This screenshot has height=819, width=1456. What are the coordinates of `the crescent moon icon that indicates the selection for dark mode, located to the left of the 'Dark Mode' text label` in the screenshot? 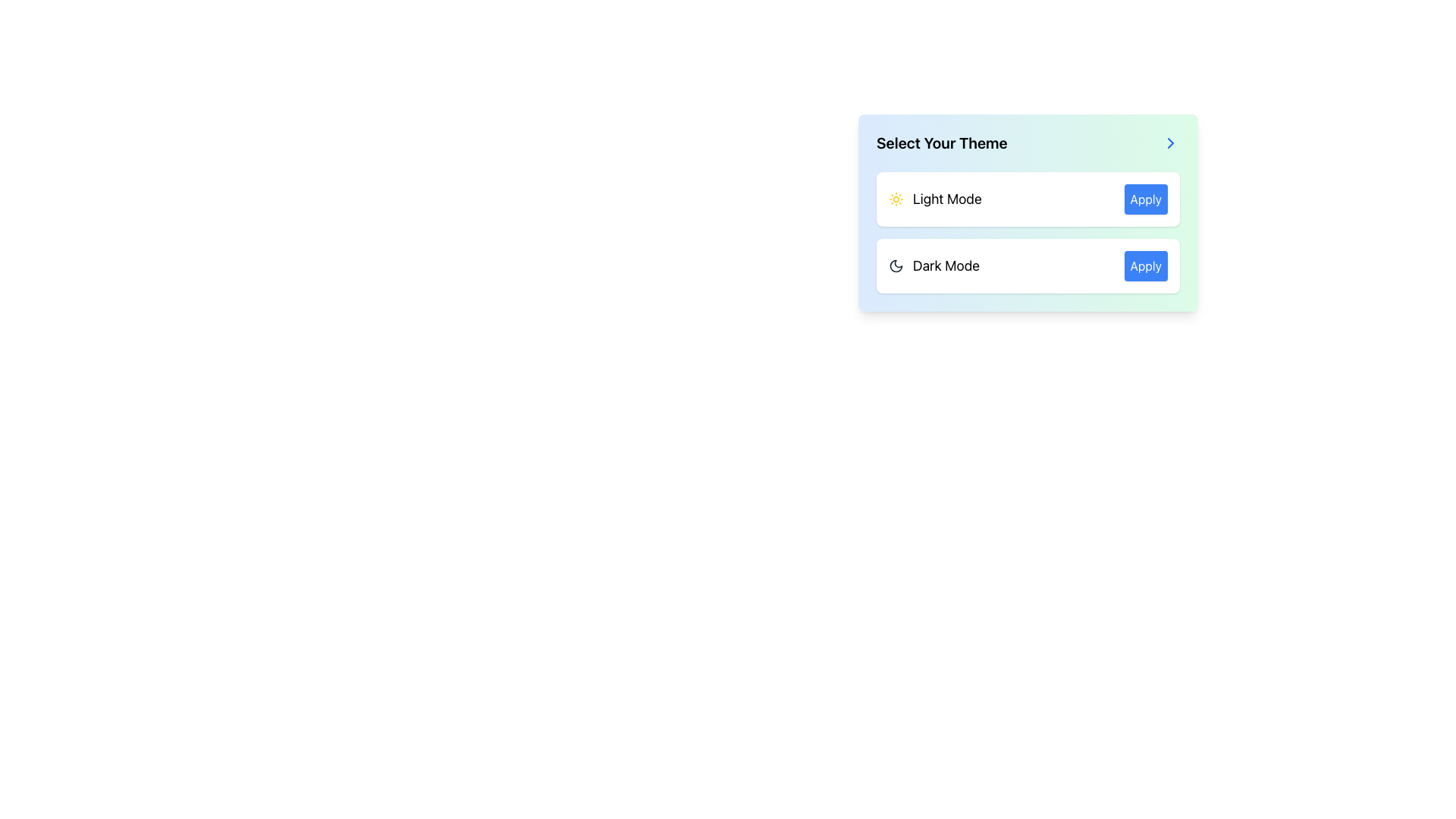 It's located at (896, 265).